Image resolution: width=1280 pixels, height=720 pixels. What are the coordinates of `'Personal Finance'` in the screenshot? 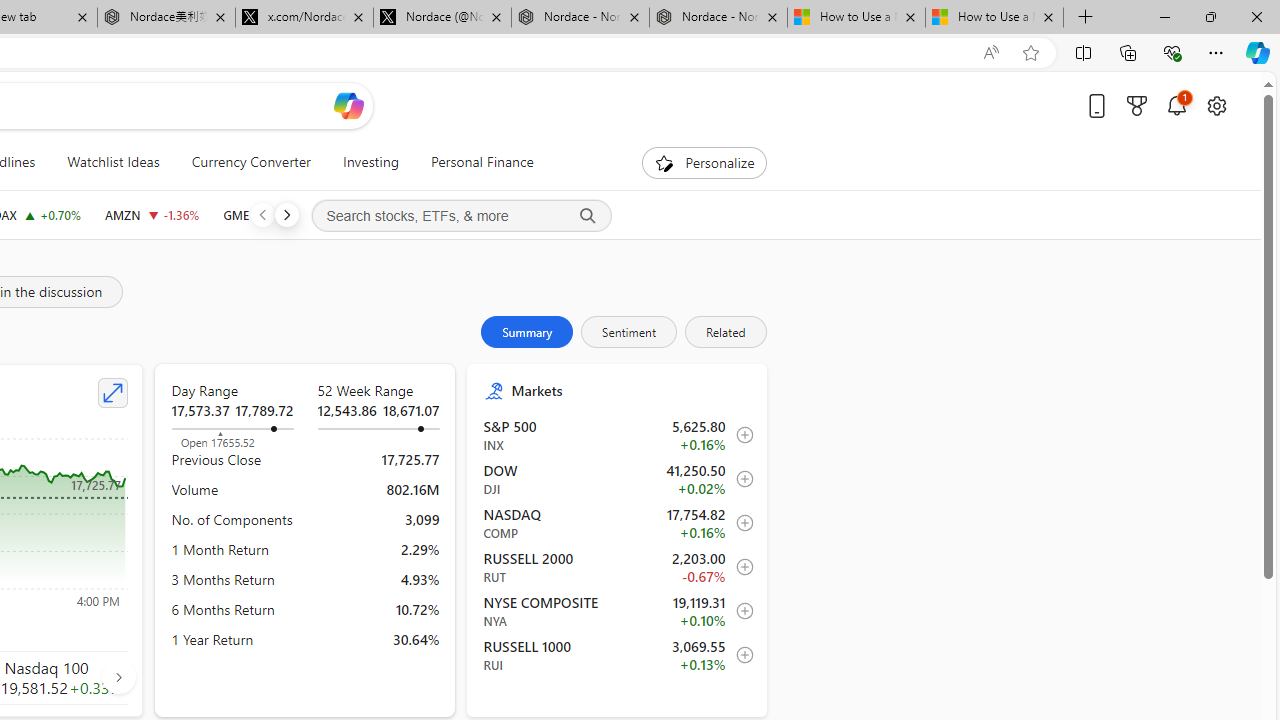 It's located at (481, 162).